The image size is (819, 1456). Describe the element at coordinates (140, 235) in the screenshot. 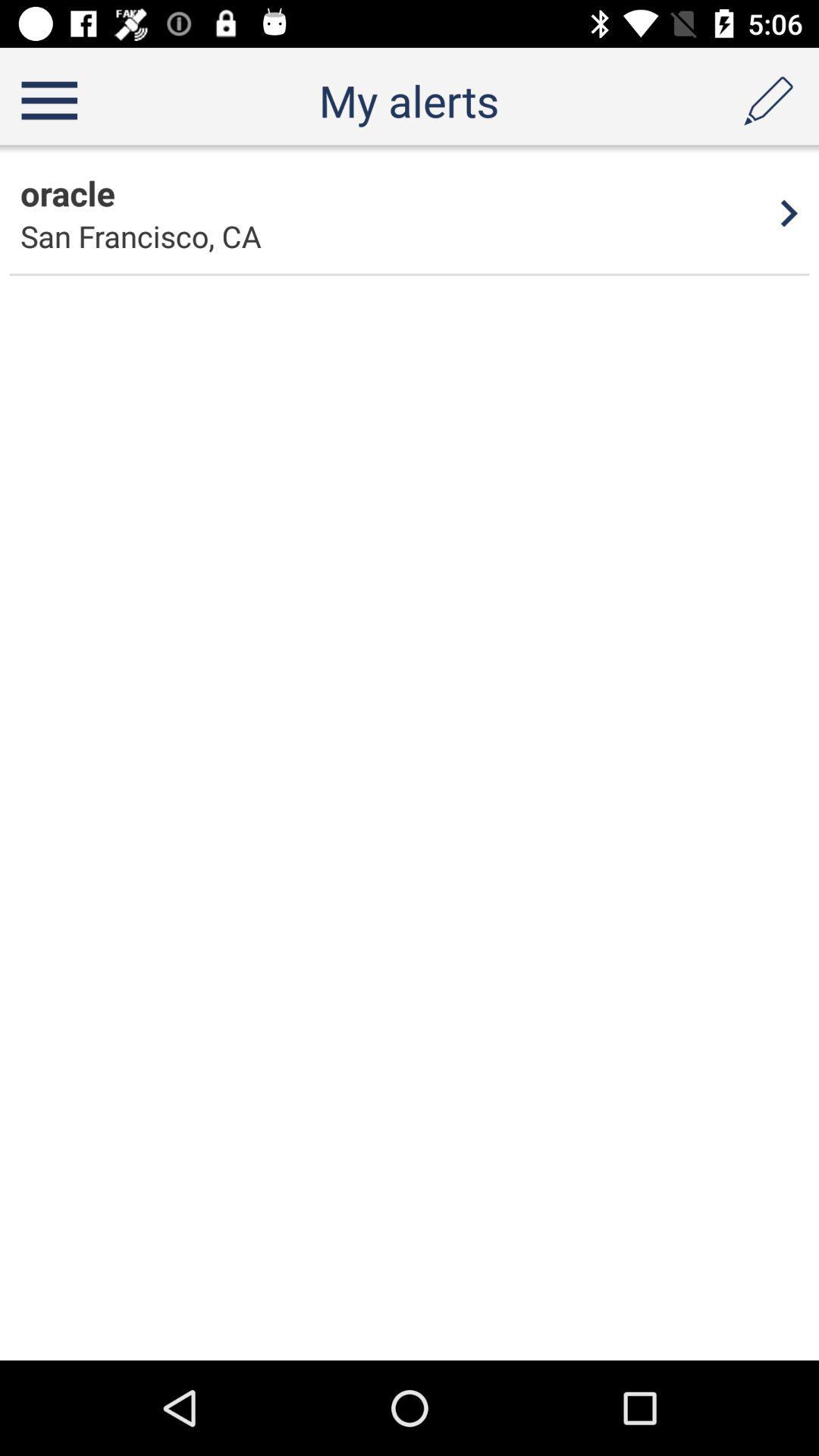

I see `the item below the oracle icon` at that location.